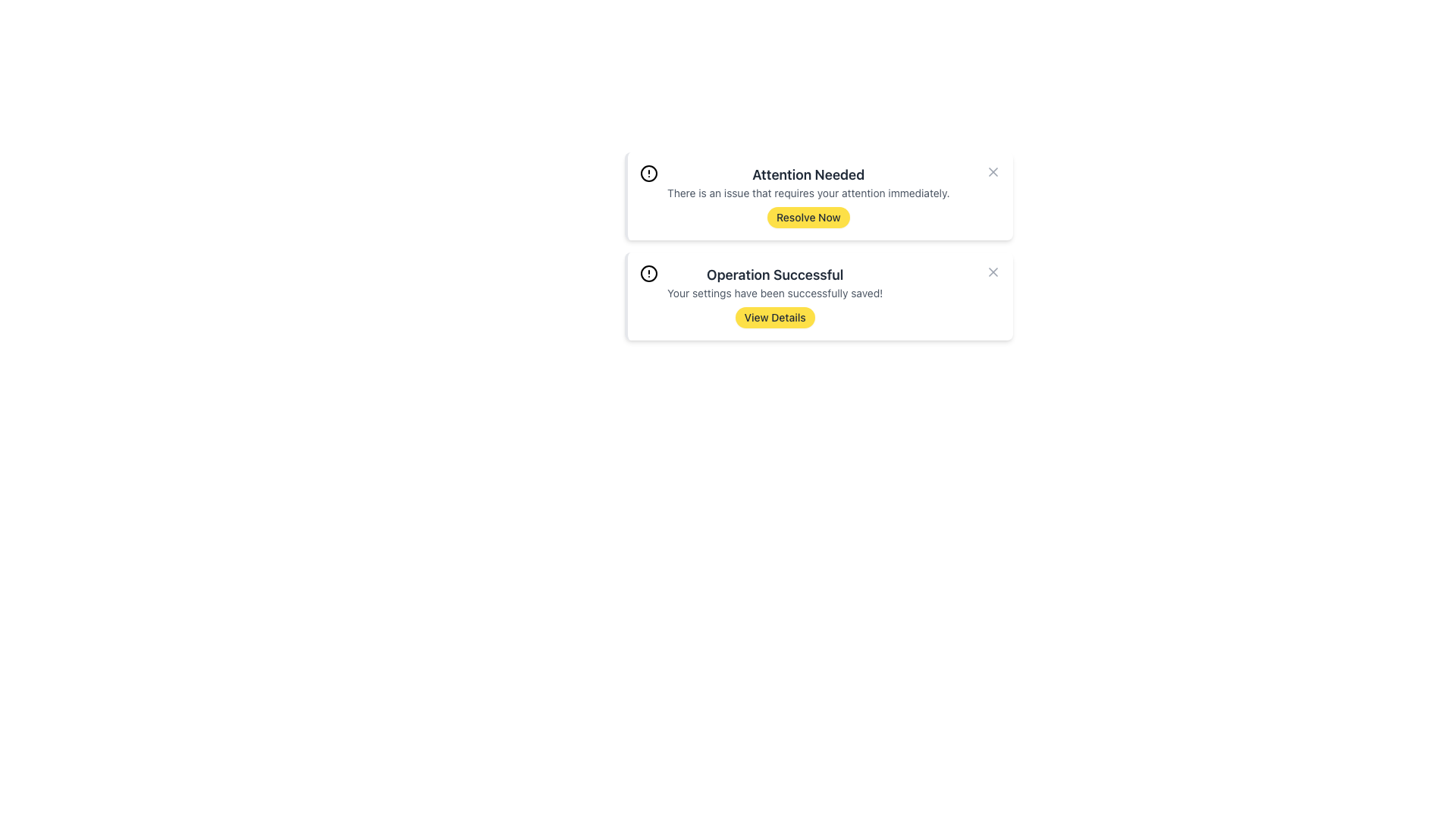 This screenshot has height=819, width=1456. I want to click on the clickable button located within the 'Operation Successful' notification card, so click(775, 317).